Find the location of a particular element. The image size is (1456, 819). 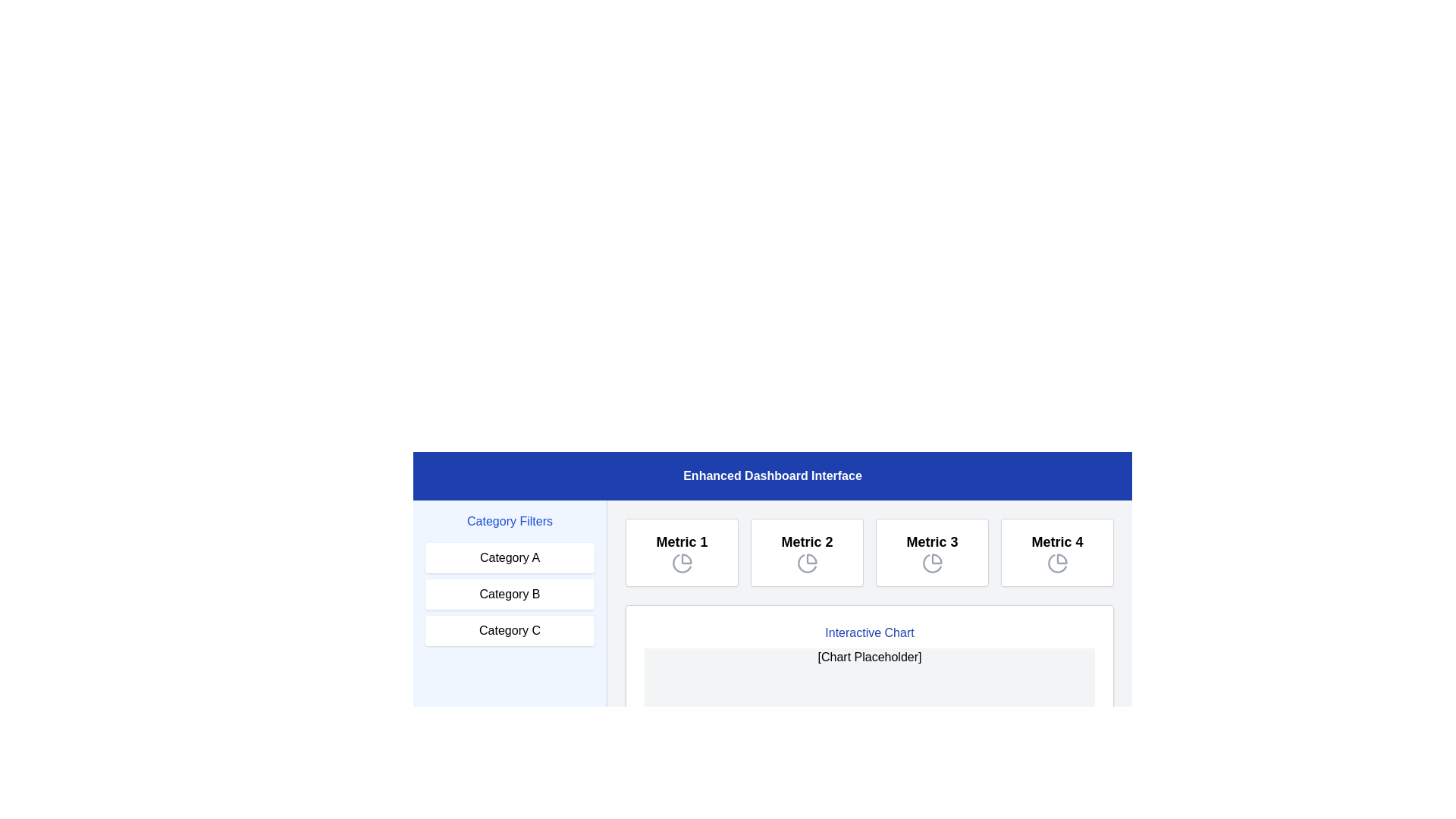

the pie chart icon representing 'Metric 1', located directly below the 'Metric 1' label in the first section of the group of metrics is located at coordinates (681, 563).